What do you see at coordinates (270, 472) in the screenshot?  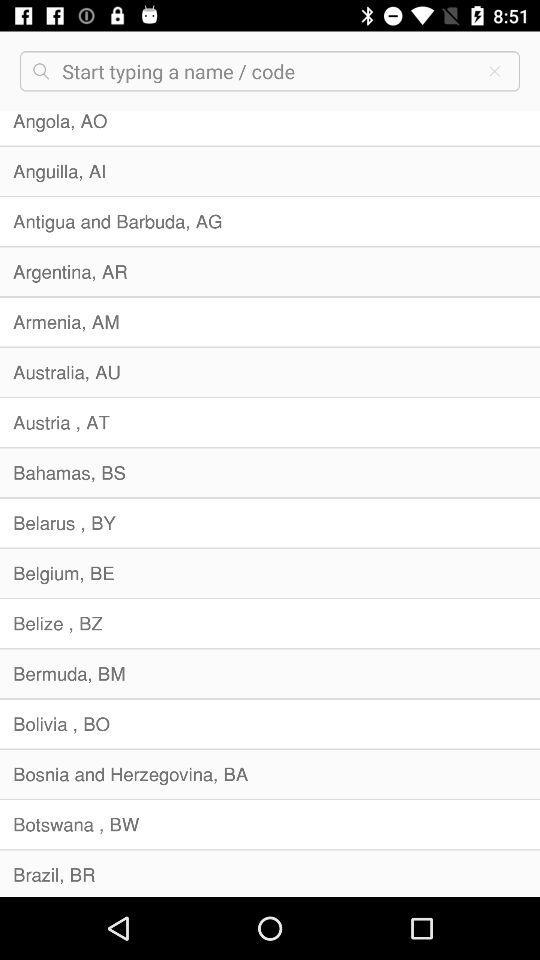 I see `item above belarus , by icon` at bounding box center [270, 472].